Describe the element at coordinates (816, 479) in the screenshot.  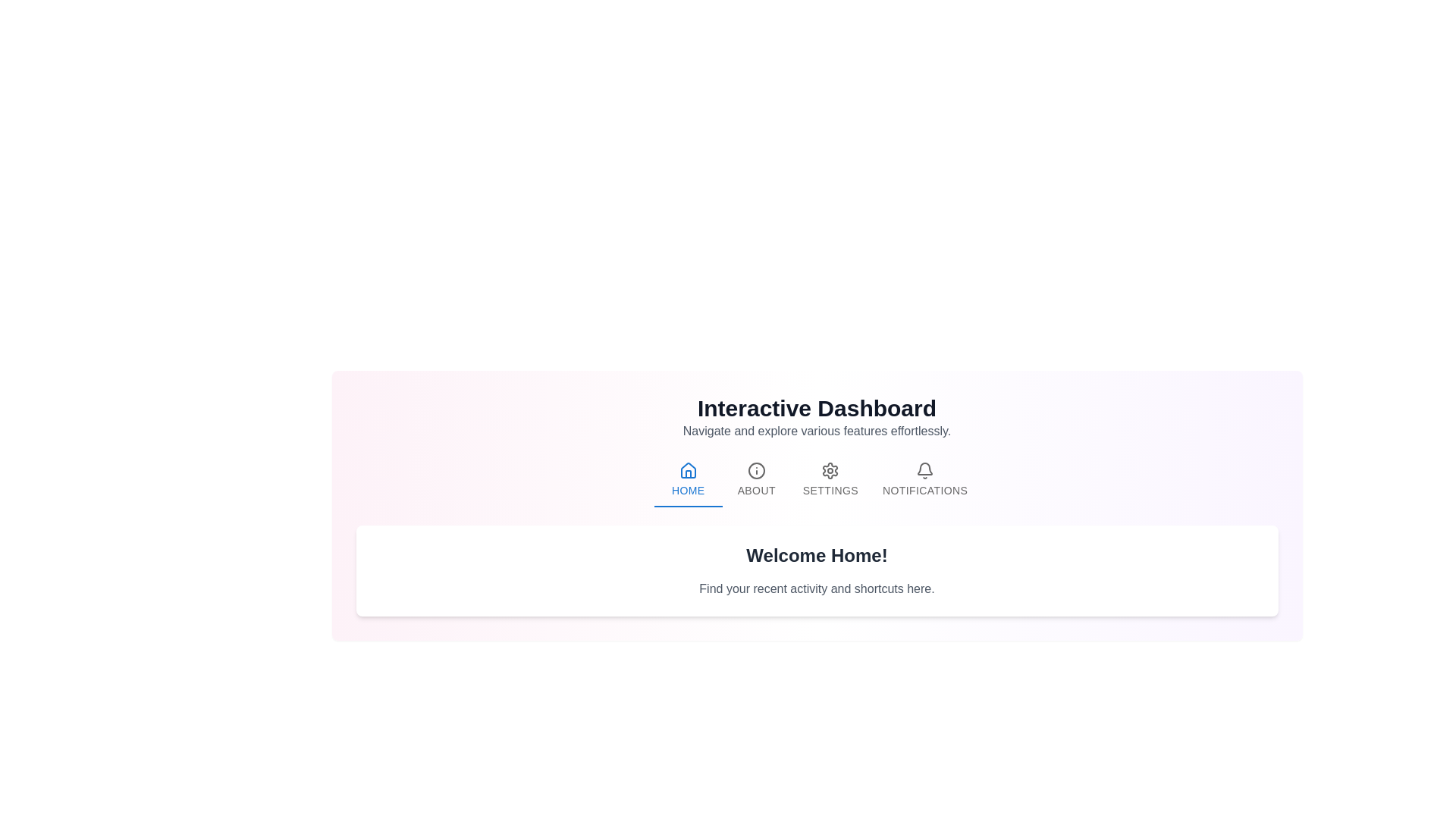
I see `the Horizontal Navigation Tab Bar` at that location.